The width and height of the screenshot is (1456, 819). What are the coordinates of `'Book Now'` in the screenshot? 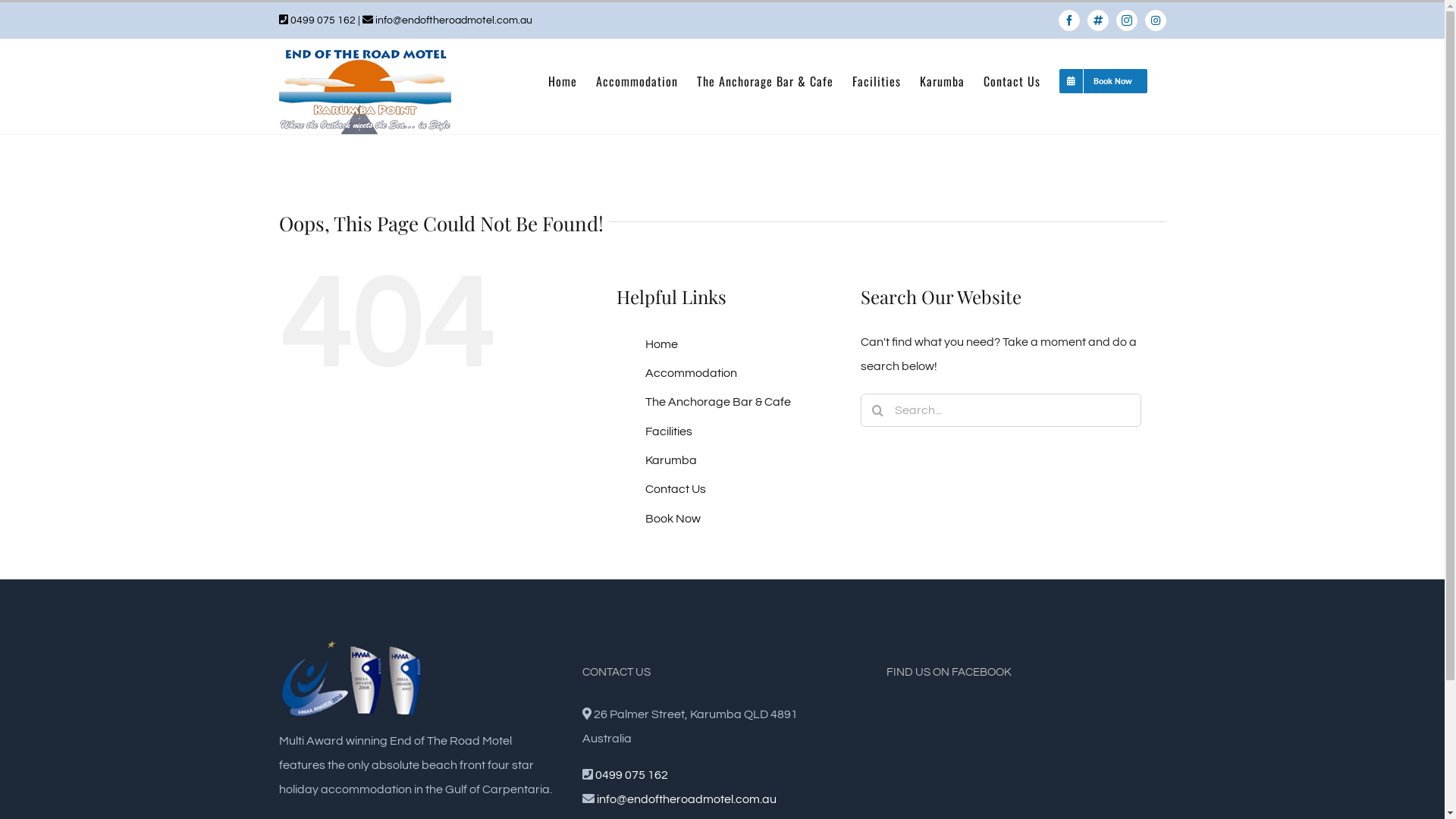 It's located at (672, 517).